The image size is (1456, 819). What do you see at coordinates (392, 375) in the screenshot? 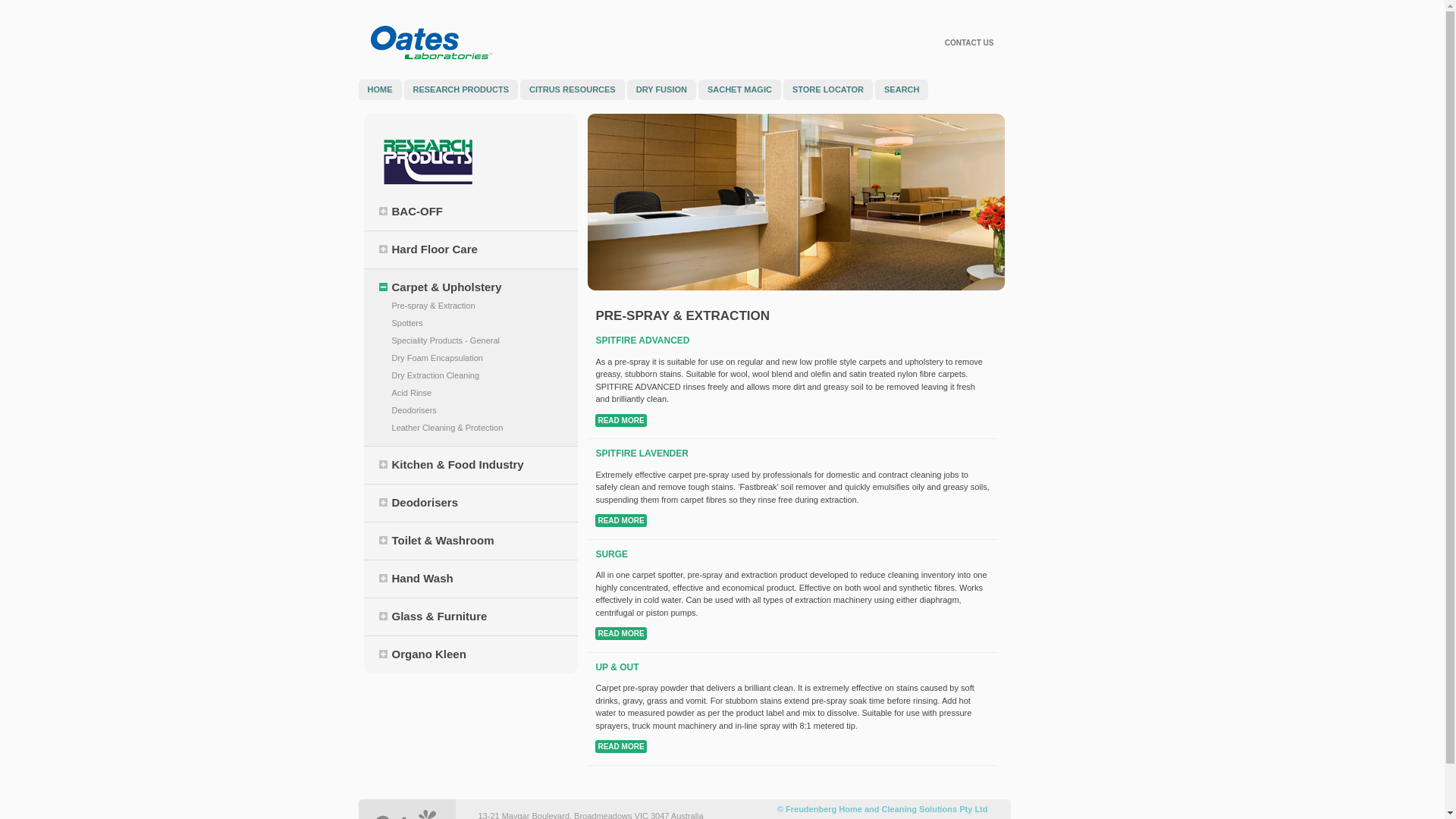
I see `'Dry Extraction Cleaning'` at bounding box center [392, 375].